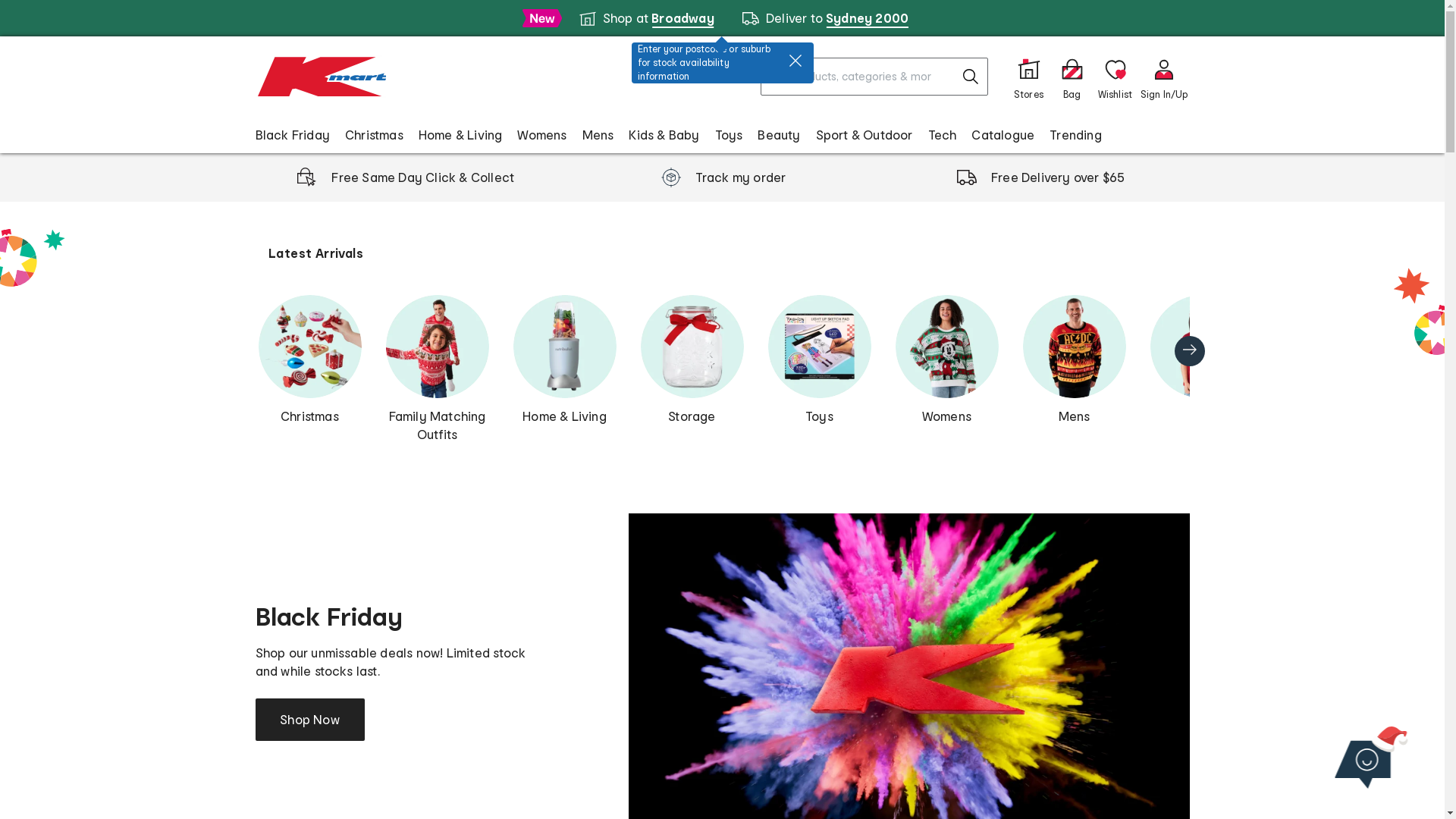  I want to click on 'Black Friday', so click(291, 133).